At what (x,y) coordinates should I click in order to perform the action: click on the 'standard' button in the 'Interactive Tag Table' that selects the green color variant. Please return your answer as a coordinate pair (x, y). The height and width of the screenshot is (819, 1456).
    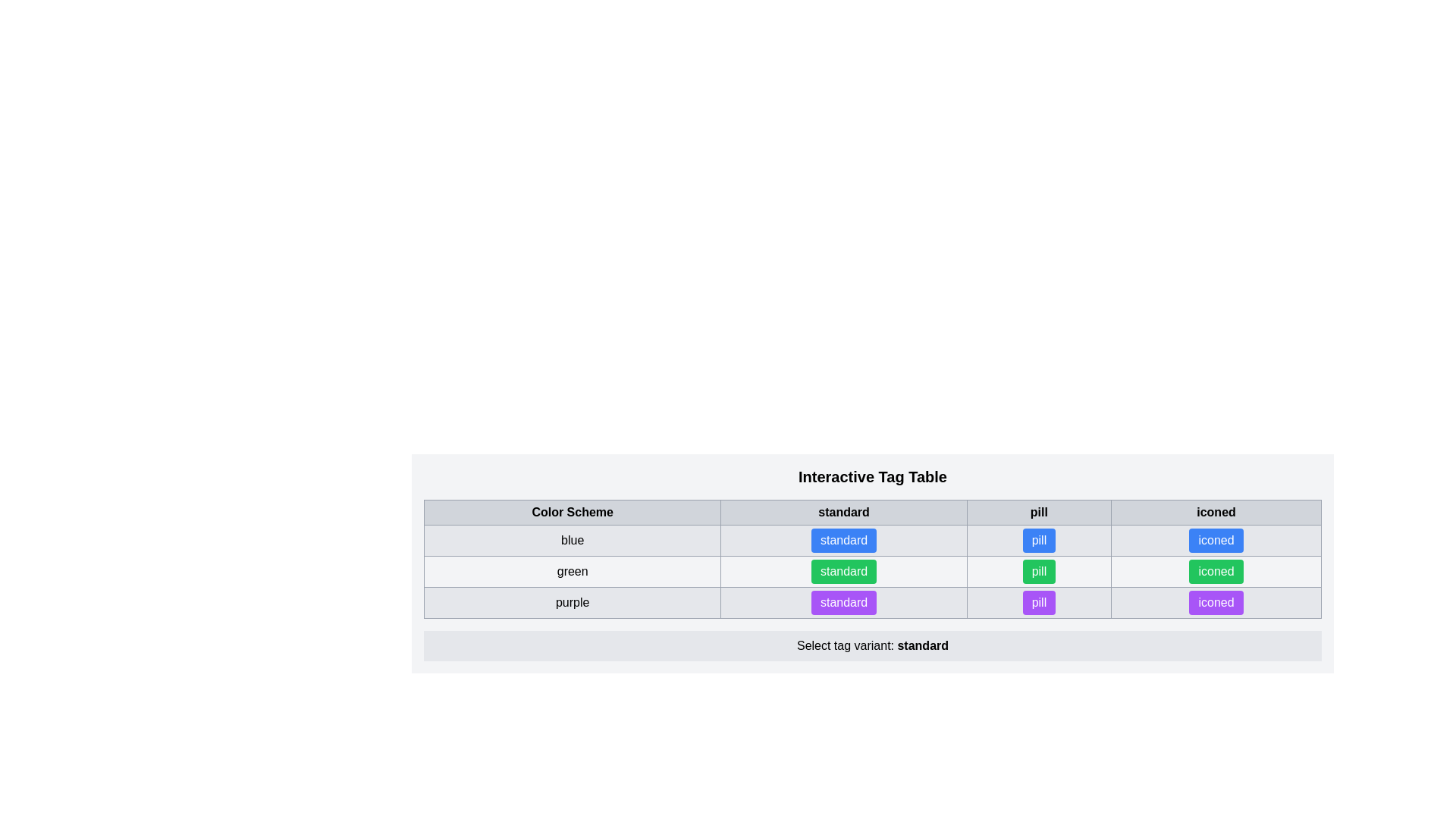
    Looking at the image, I should click on (843, 571).